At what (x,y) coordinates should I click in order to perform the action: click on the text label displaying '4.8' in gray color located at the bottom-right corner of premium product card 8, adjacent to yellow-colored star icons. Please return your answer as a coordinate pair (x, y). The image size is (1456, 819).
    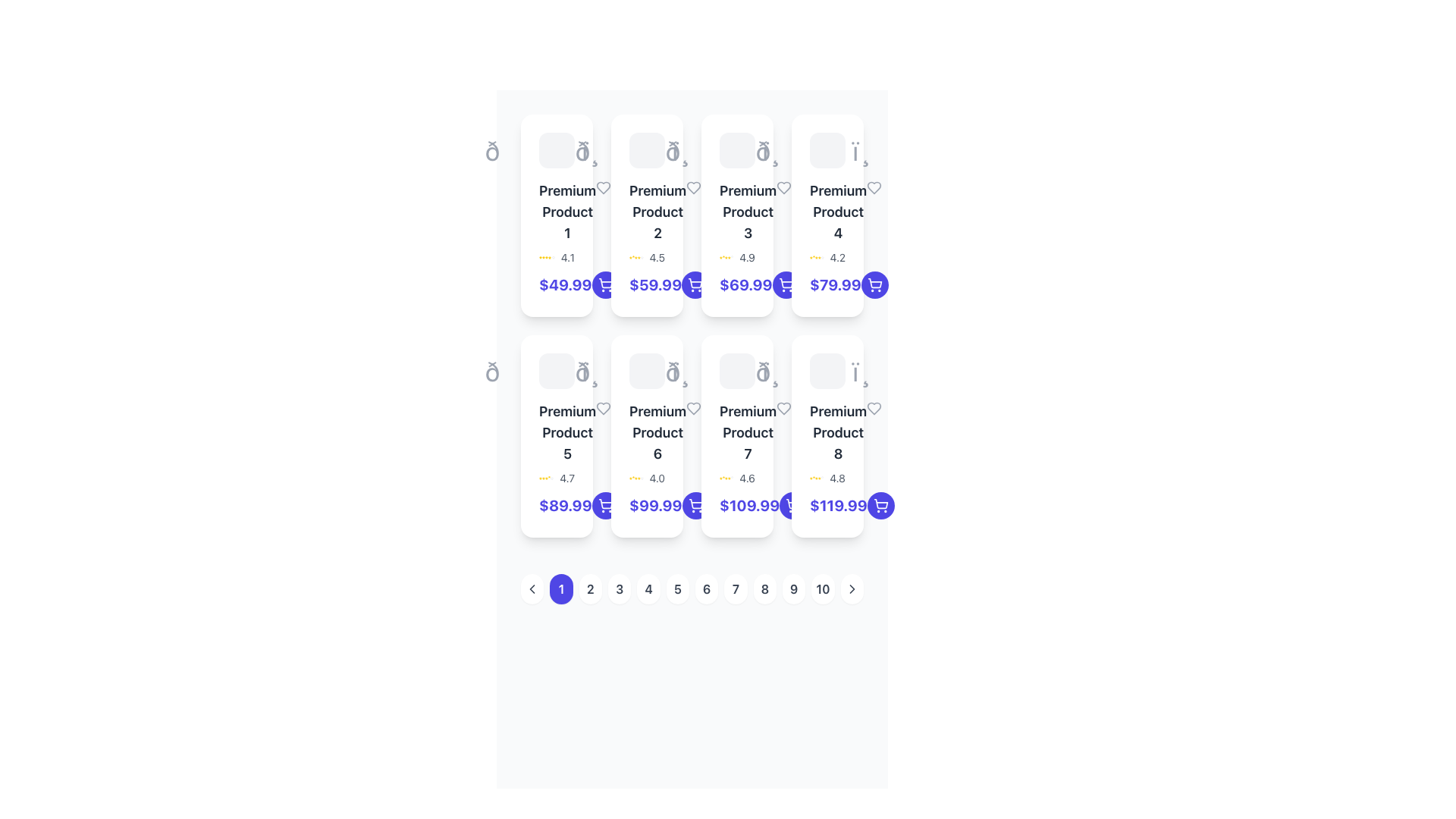
    Looking at the image, I should click on (836, 479).